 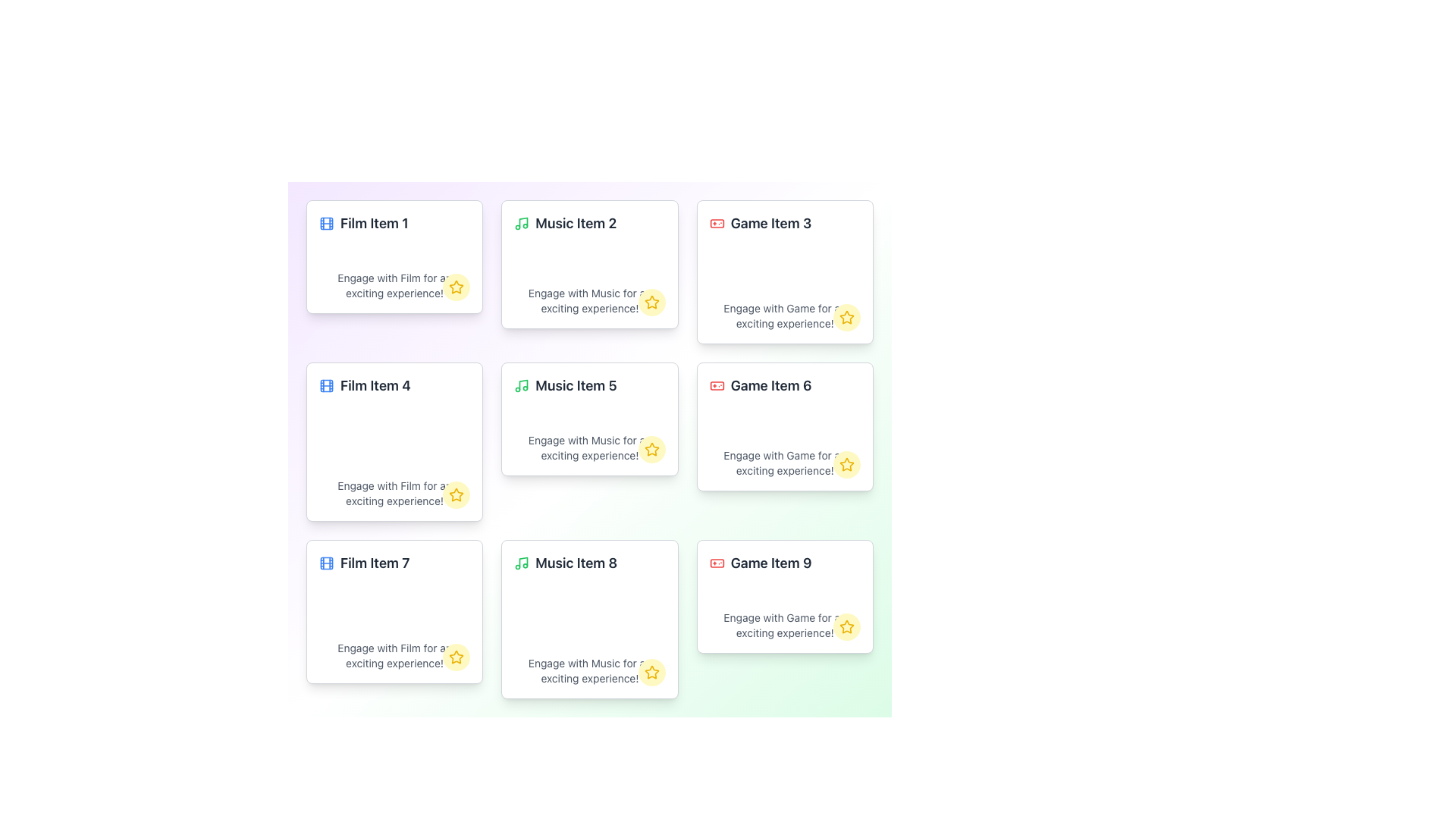 I want to click on text of the label with an icon located in the lower-right corner of the card labeled 'Game Item 9', so click(x=785, y=563).